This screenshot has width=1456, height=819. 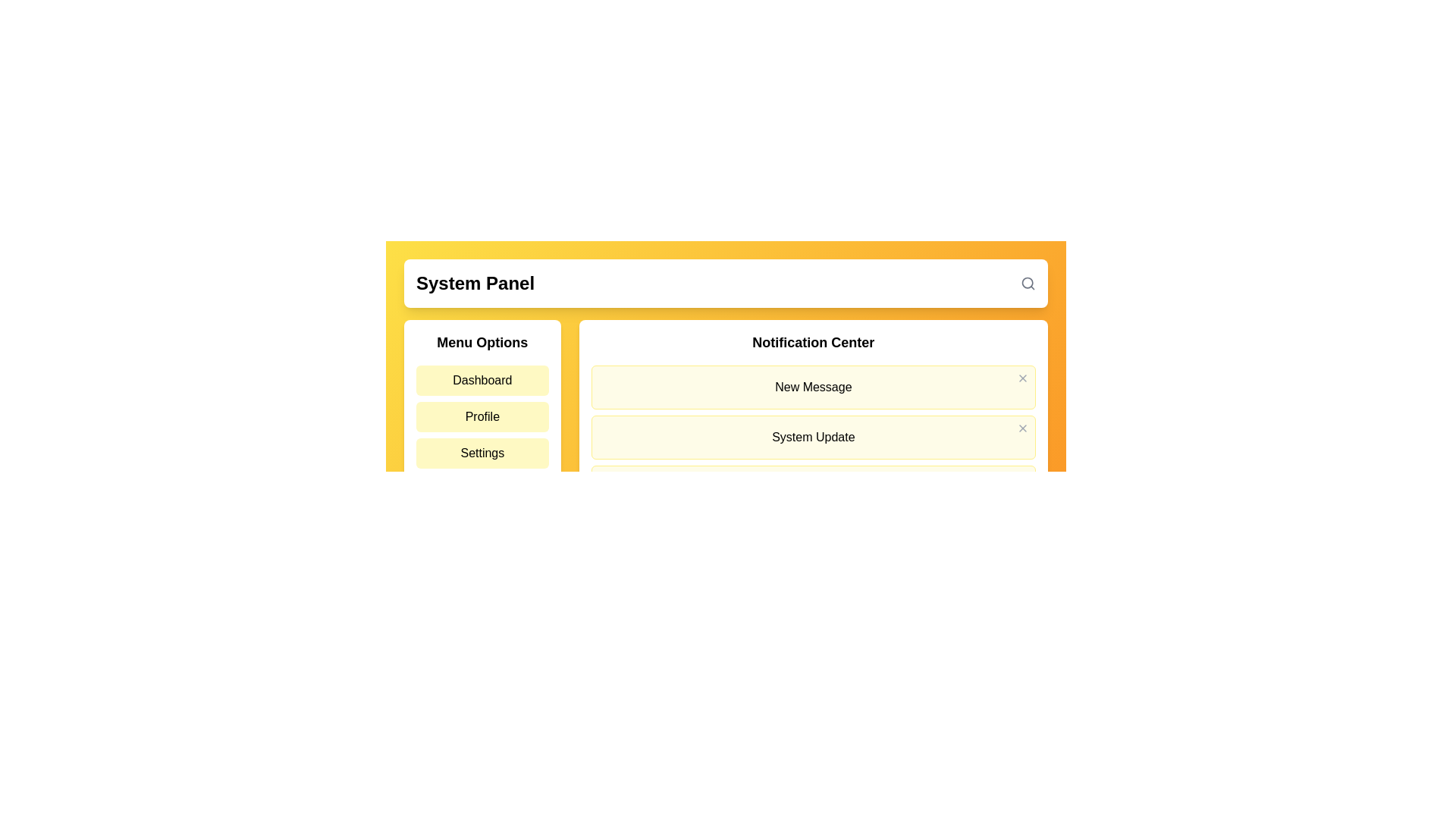 What do you see at coordinates (812, 342) in the screenshot?
I see `the header element that describes the list of notifications, which is located at the top of a white, rounded rectangle containing entries like 'New Message' and 'System Update'` at bounding box center [812, 342].